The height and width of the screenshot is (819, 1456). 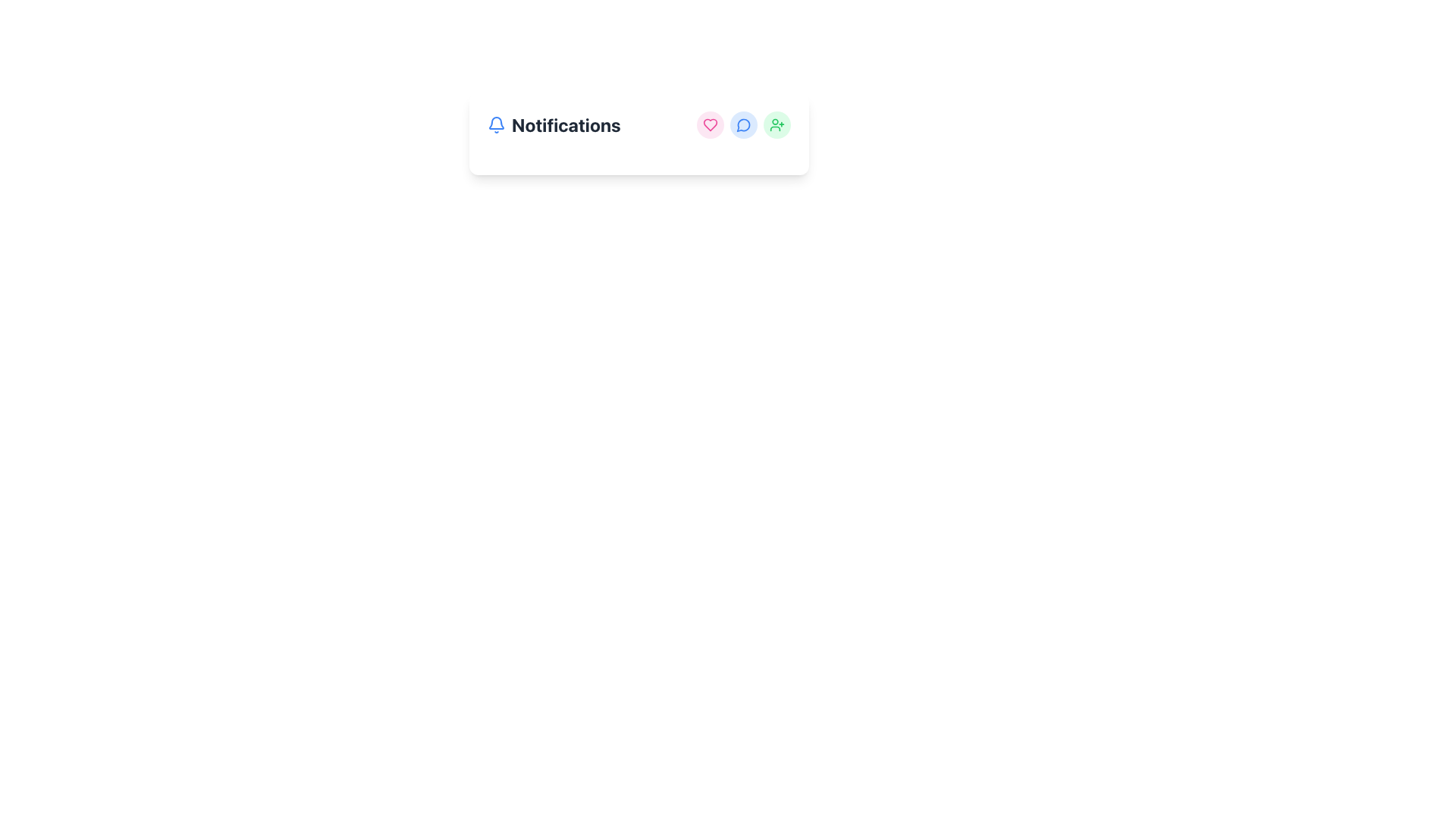 What do you see at coordinates (743, 124) in the screenshot?
I see `the speech bubble icon with a thick blue stroke, which is the third circular button from the left in the top-right section of the interface, representing message or comment functionality` at bounding box center [743, 124].